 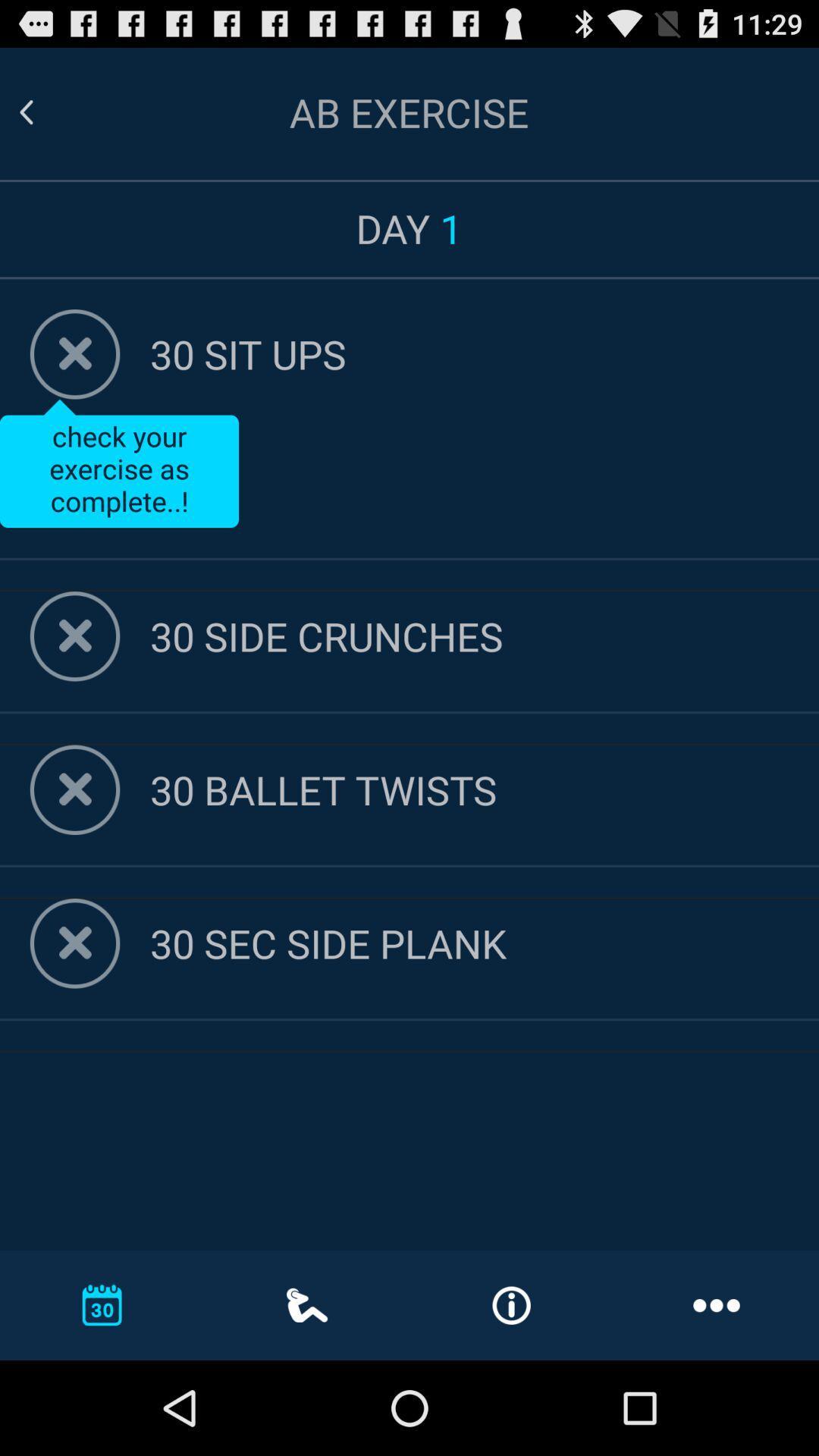 What do you see at coordinates (485, 353) in the screenshot?
I see `the 30 sit ups item` at bounding box center [485, 353].